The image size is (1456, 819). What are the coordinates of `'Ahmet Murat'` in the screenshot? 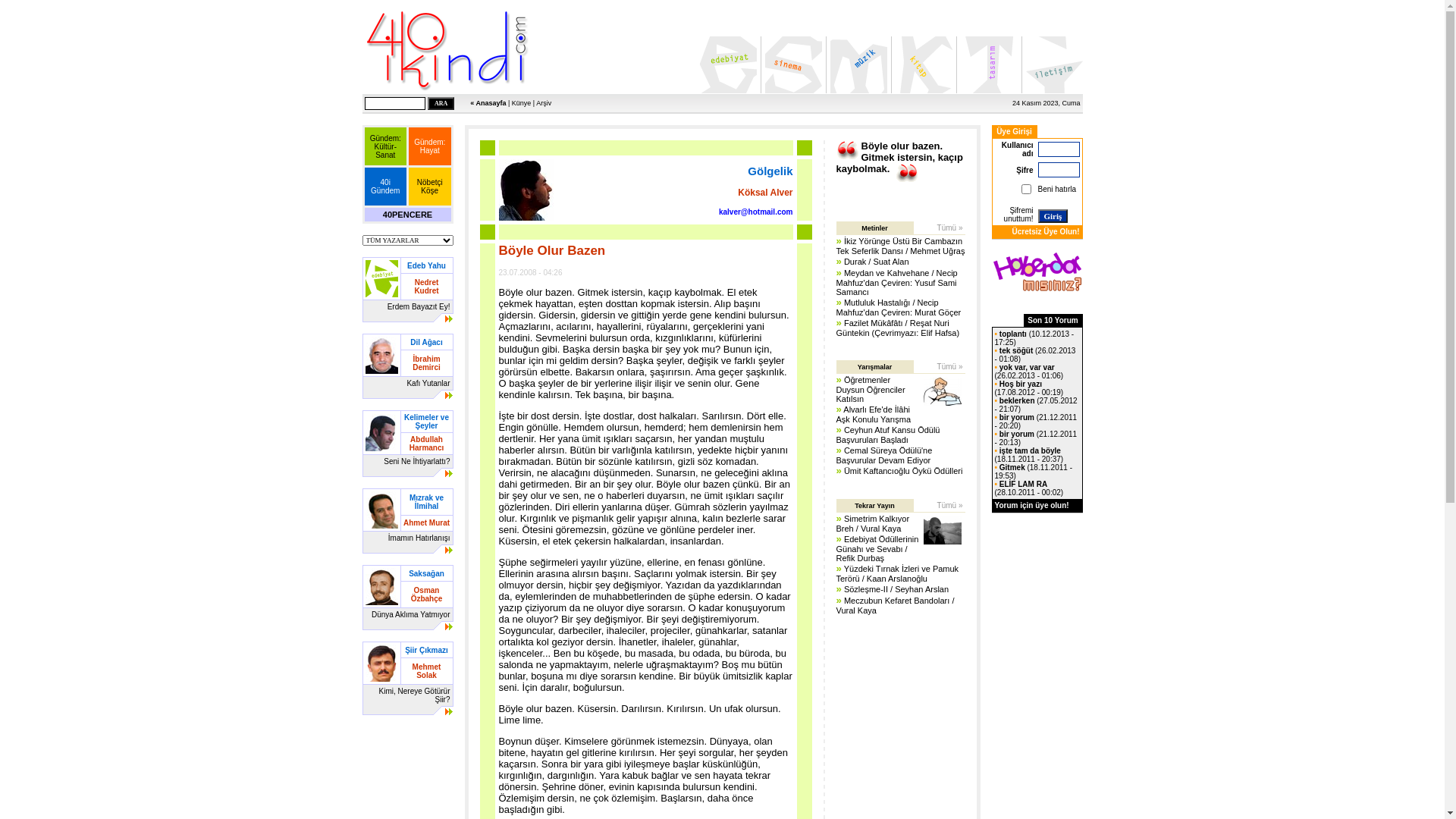 It's located at (425, 521).